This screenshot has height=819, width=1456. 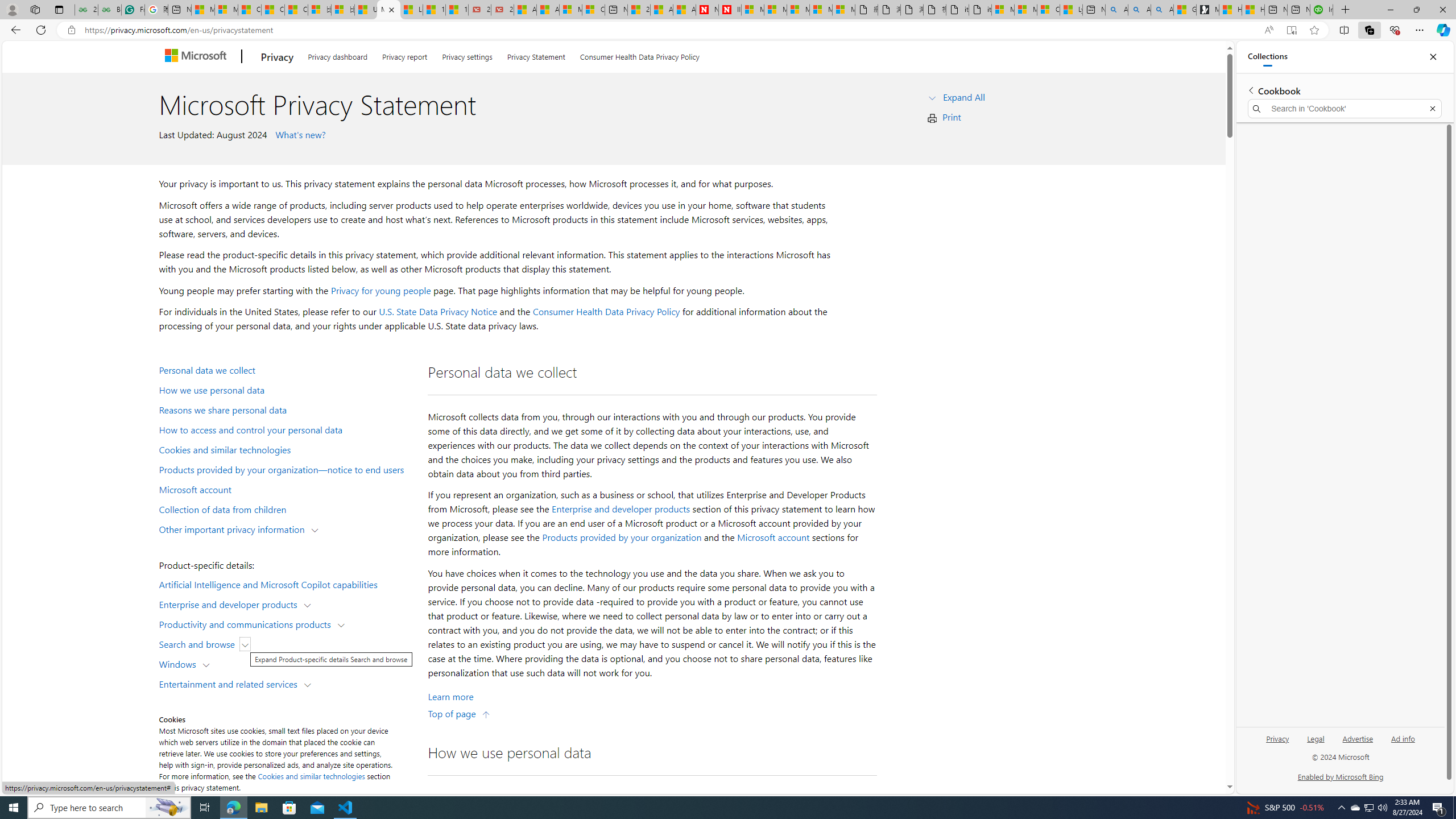 What do you see at coordinates (411, 9) in the screenshot?
I see `'Lifestyle - MSN'` at bounding box center [411, 9].